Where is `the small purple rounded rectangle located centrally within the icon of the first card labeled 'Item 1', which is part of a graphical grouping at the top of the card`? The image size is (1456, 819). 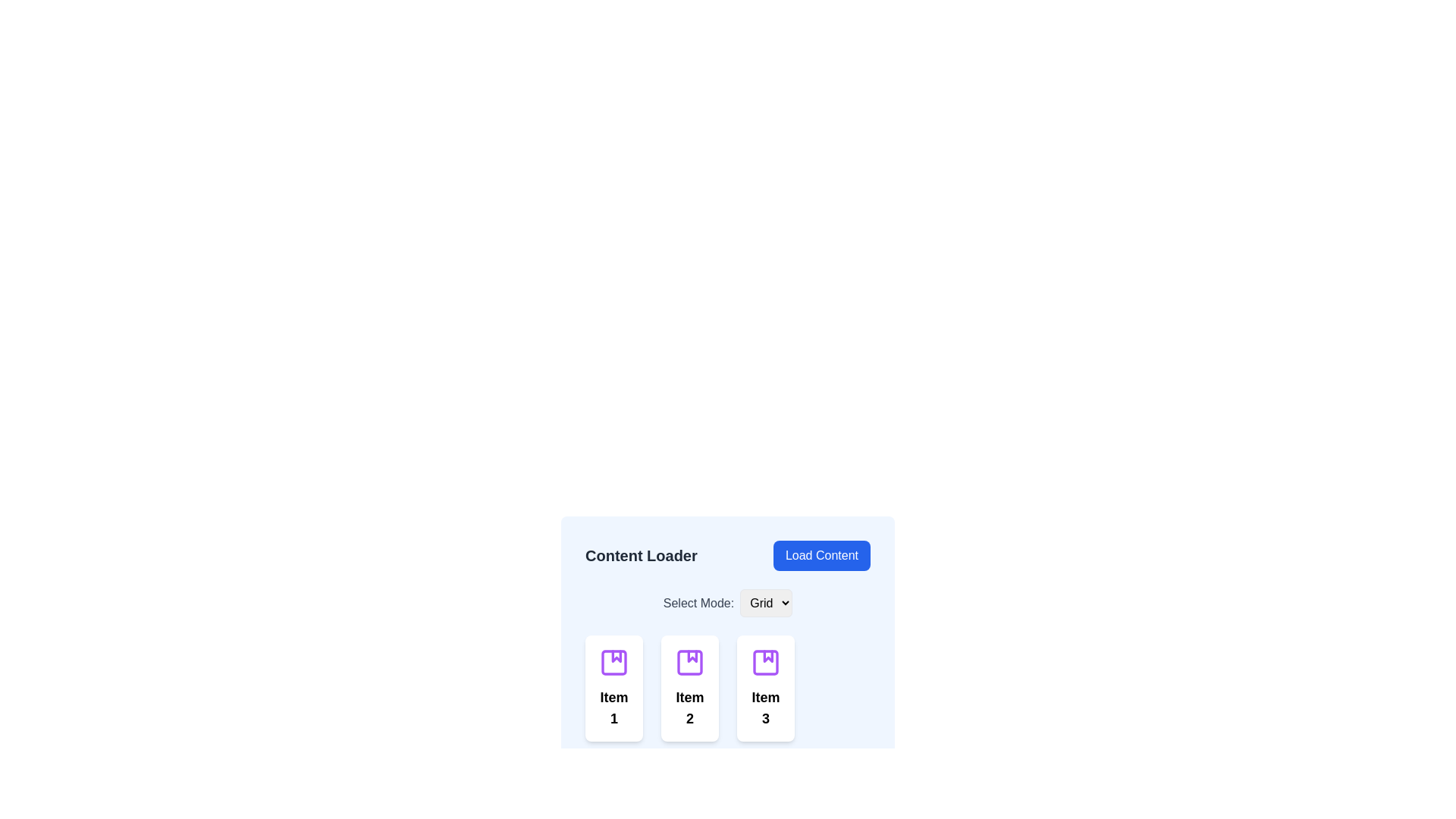
the small purple rounded rectangle located centrally within the icon of the first card labeled 'Item 1', which is part of a graphical grouping at the top of the card is located at coordinates (614, 662).